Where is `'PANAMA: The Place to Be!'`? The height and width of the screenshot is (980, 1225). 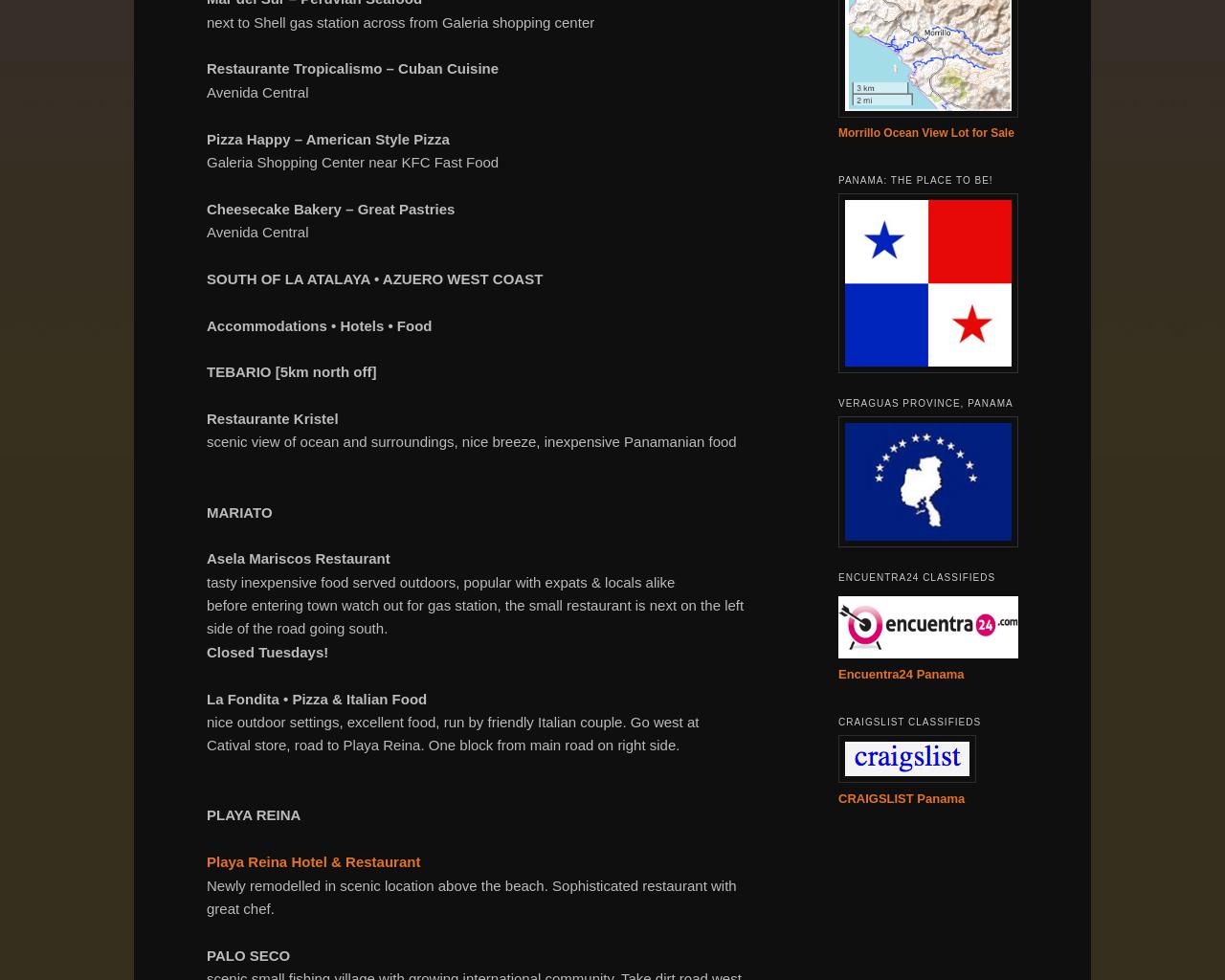 'PANAMA: The Place to Be!' is located at coordinates (914, 179).